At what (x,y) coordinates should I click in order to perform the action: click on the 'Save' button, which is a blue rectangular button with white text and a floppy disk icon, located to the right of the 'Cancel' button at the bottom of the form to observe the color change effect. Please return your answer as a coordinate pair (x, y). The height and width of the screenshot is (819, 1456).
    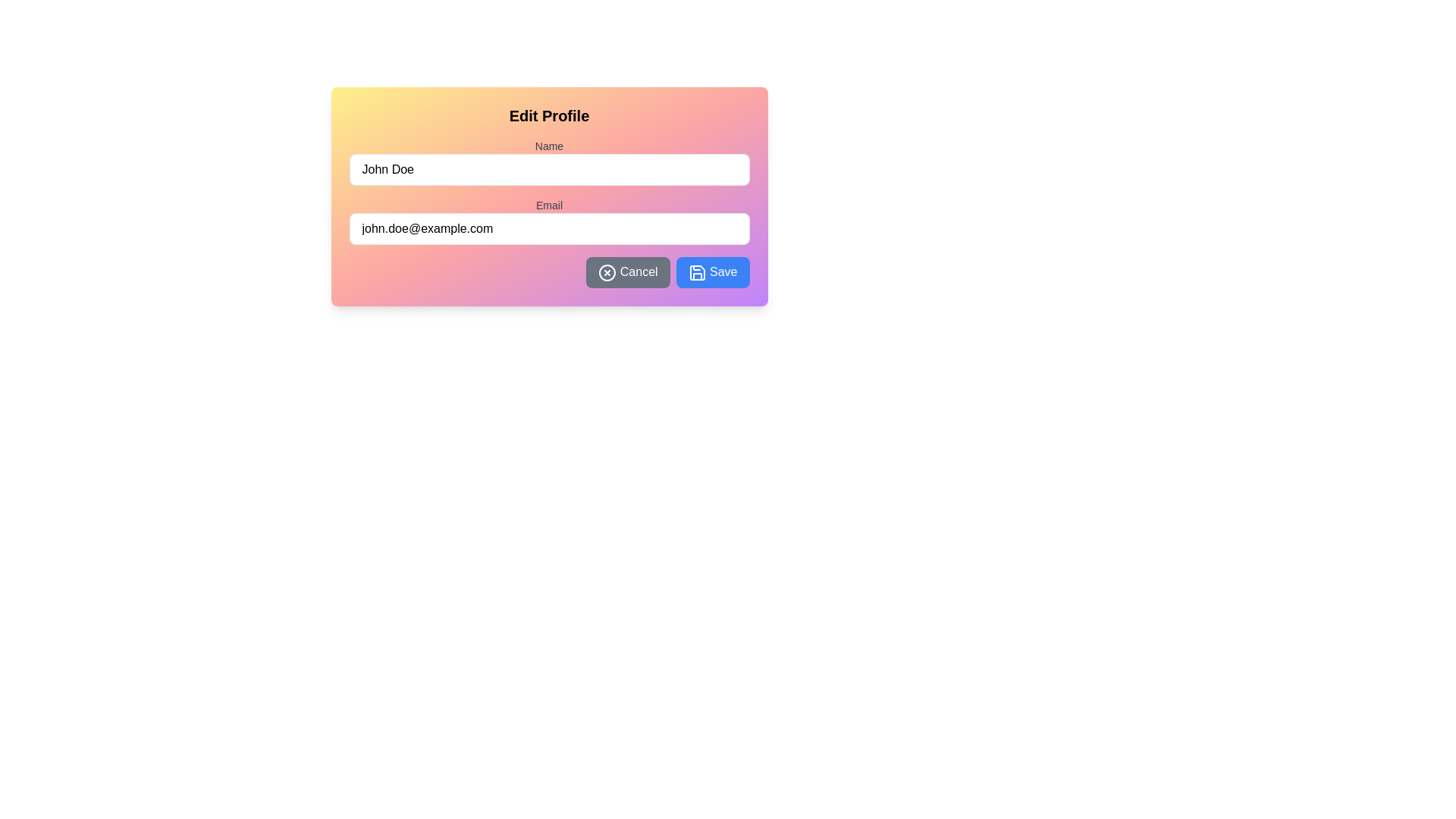
    Looking at the image, I should click on (712, 271).